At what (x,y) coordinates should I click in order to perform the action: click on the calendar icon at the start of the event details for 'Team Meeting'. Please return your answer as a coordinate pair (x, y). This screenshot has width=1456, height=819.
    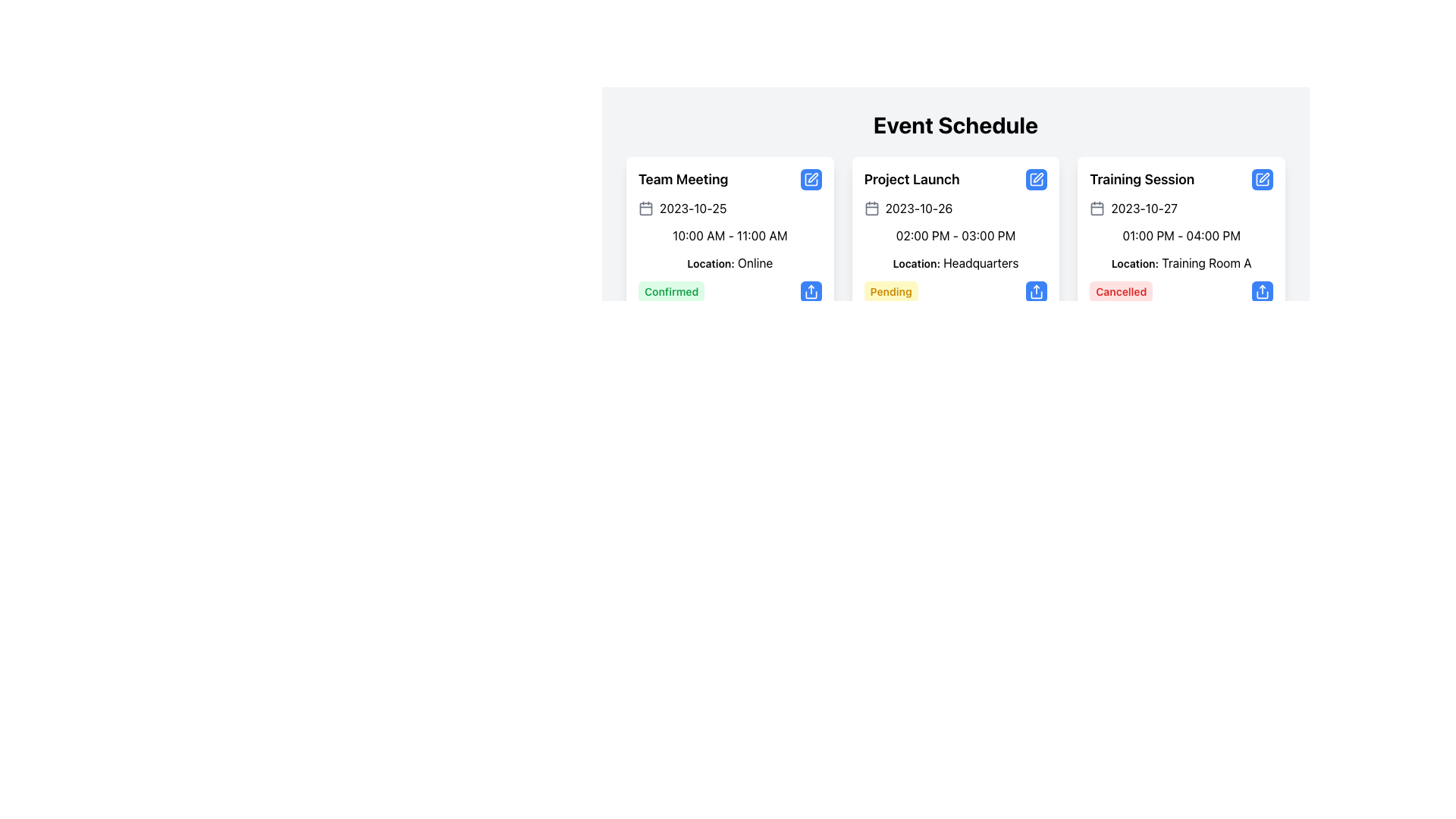
    Looking at the image, I should click on (645, 208).